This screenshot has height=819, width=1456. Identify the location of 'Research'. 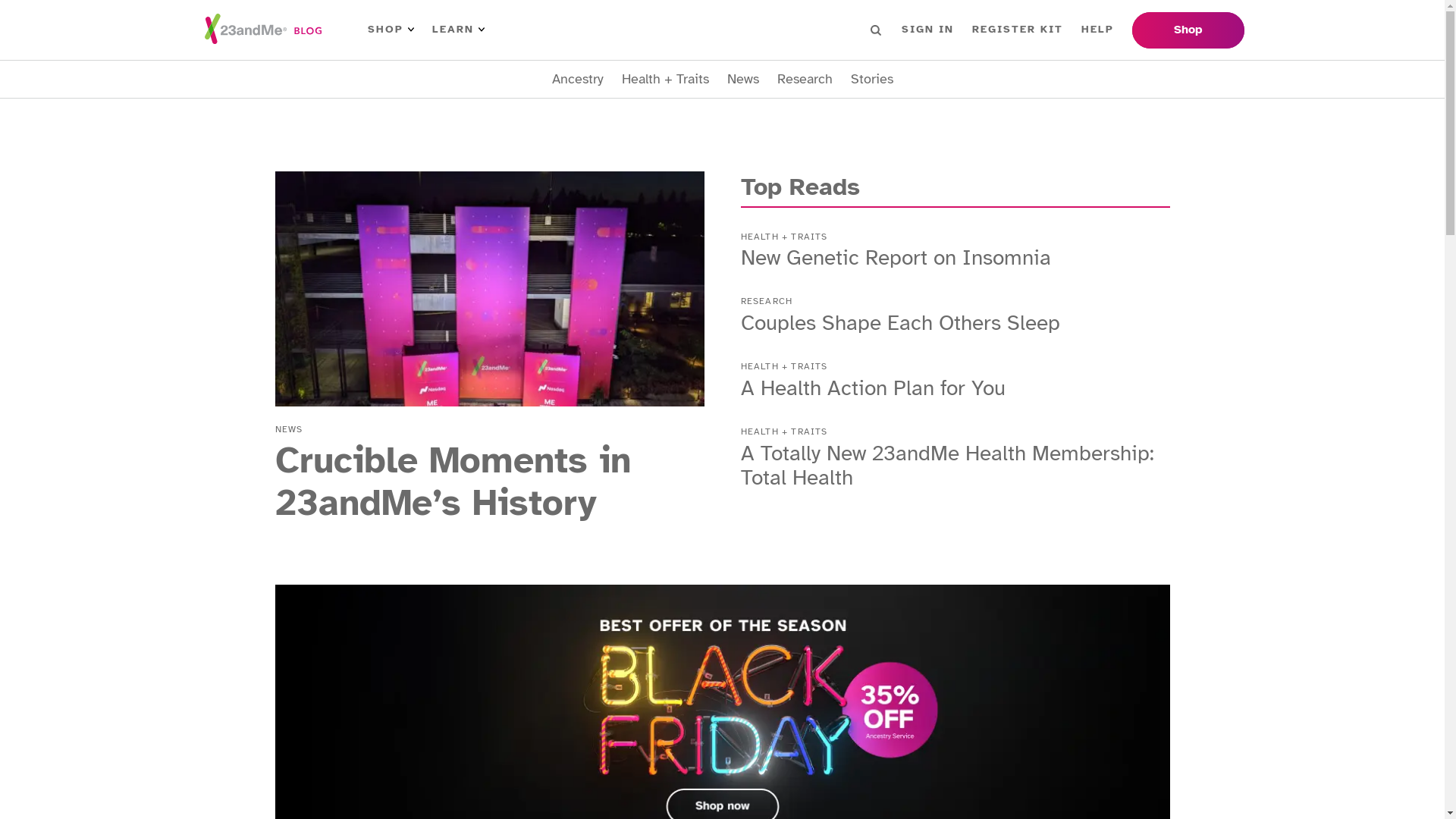
(803, 79).